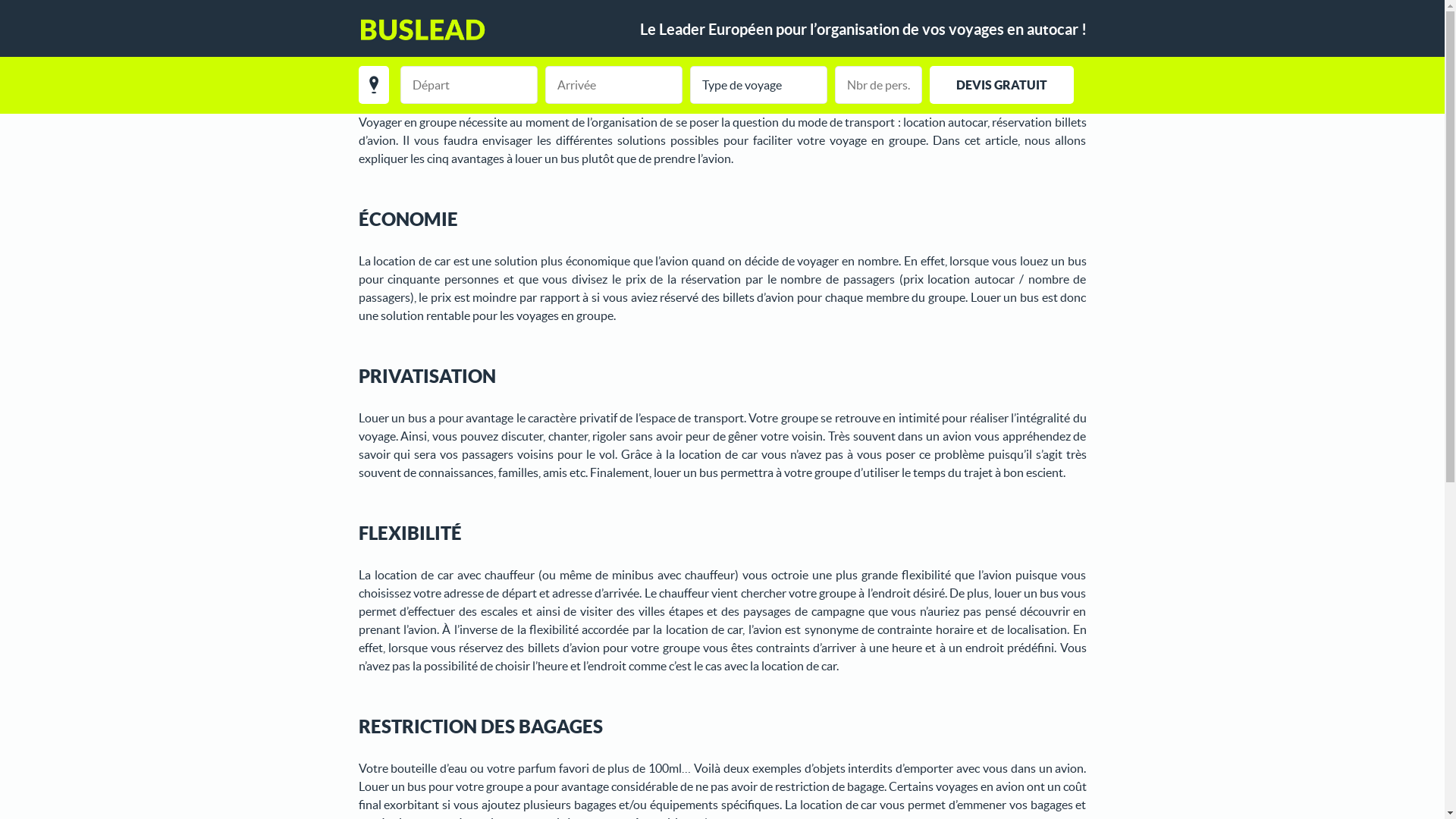 This screenshot has height=819, width=1456. I want to click on 'DEVIS GRATUIT', so click(1001, 84).